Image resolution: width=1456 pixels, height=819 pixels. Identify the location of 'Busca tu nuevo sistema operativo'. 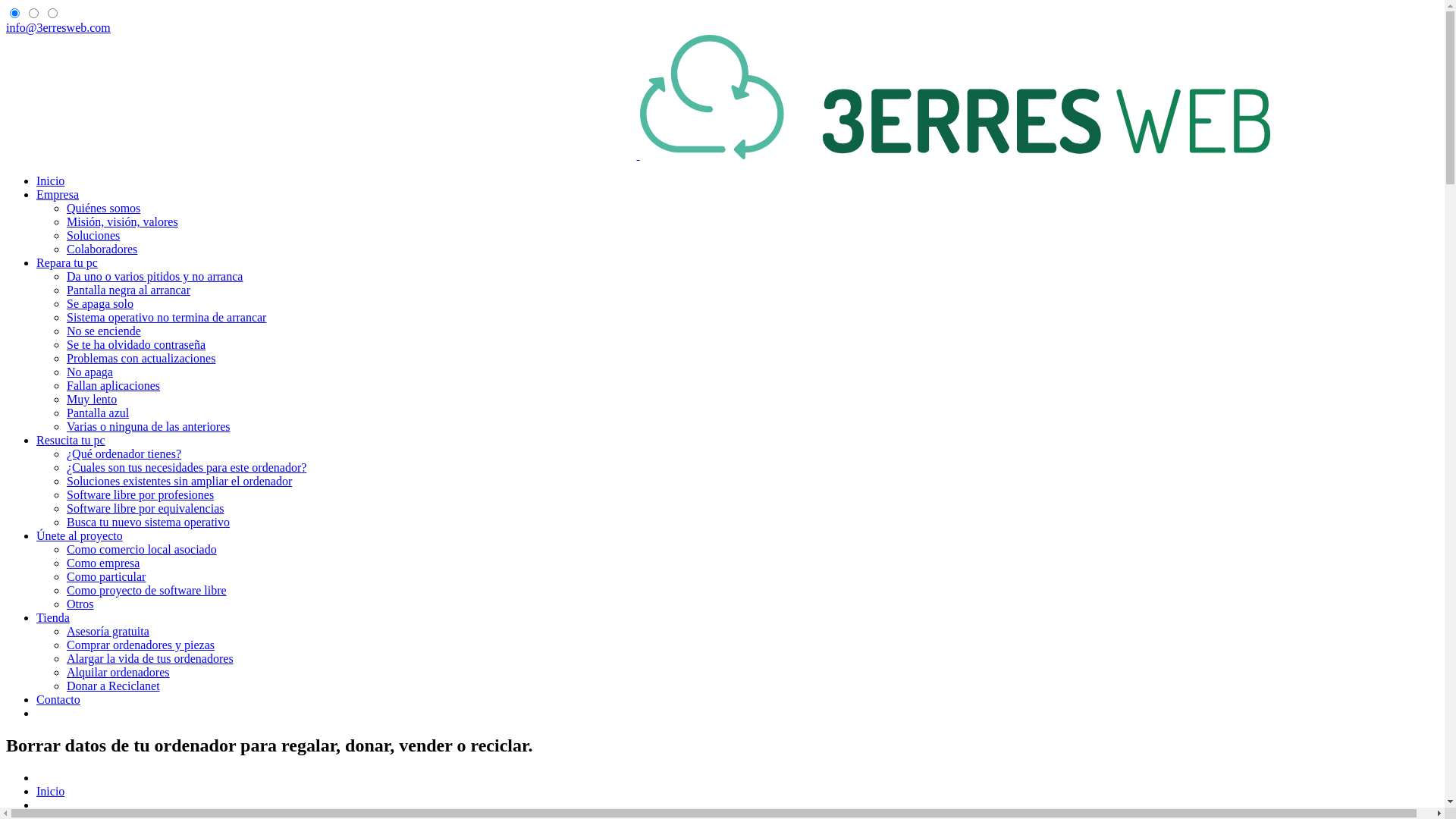
(148, 521).